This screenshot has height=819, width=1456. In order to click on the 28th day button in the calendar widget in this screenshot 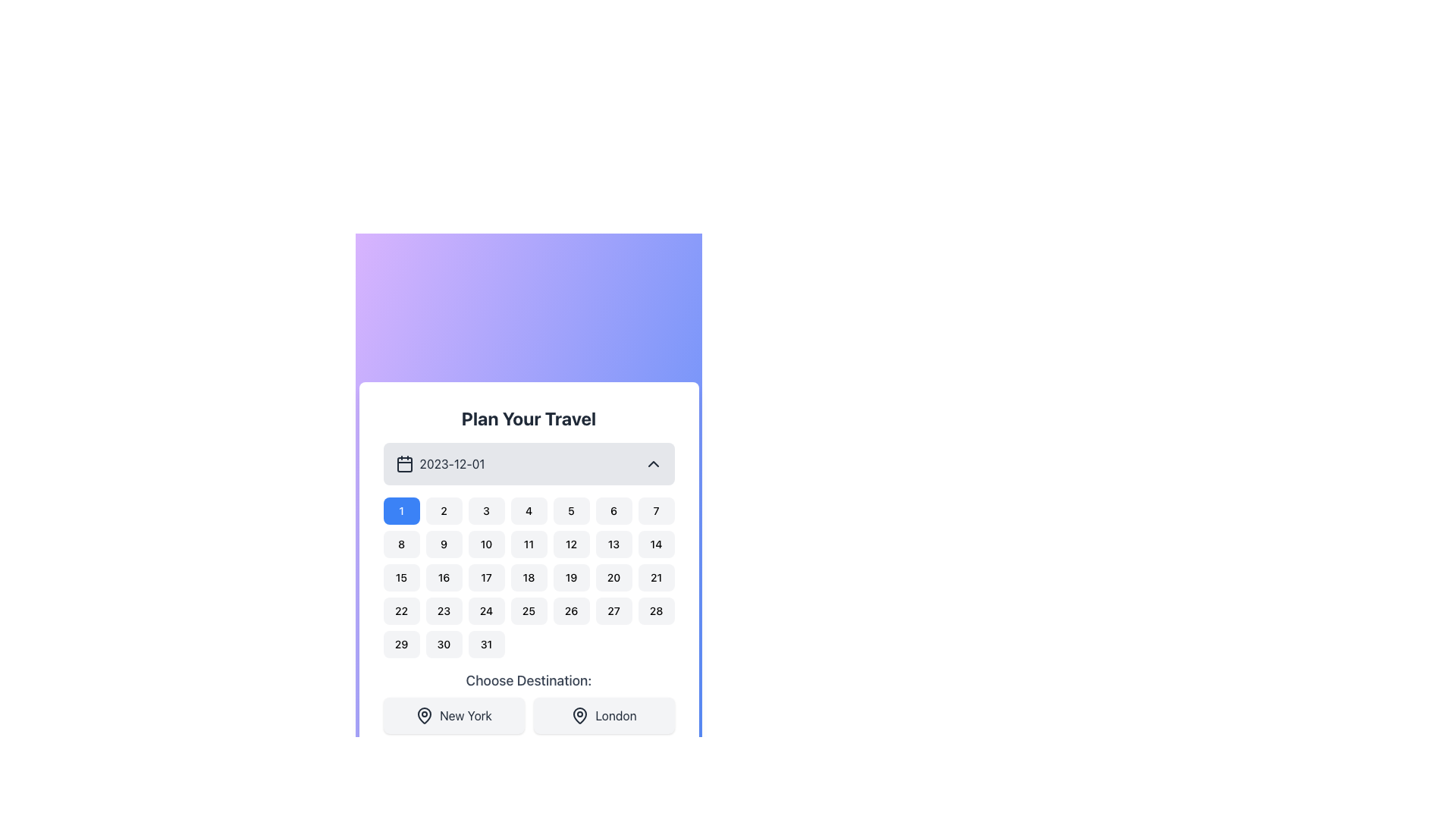, I will do `click(656, 610)`.